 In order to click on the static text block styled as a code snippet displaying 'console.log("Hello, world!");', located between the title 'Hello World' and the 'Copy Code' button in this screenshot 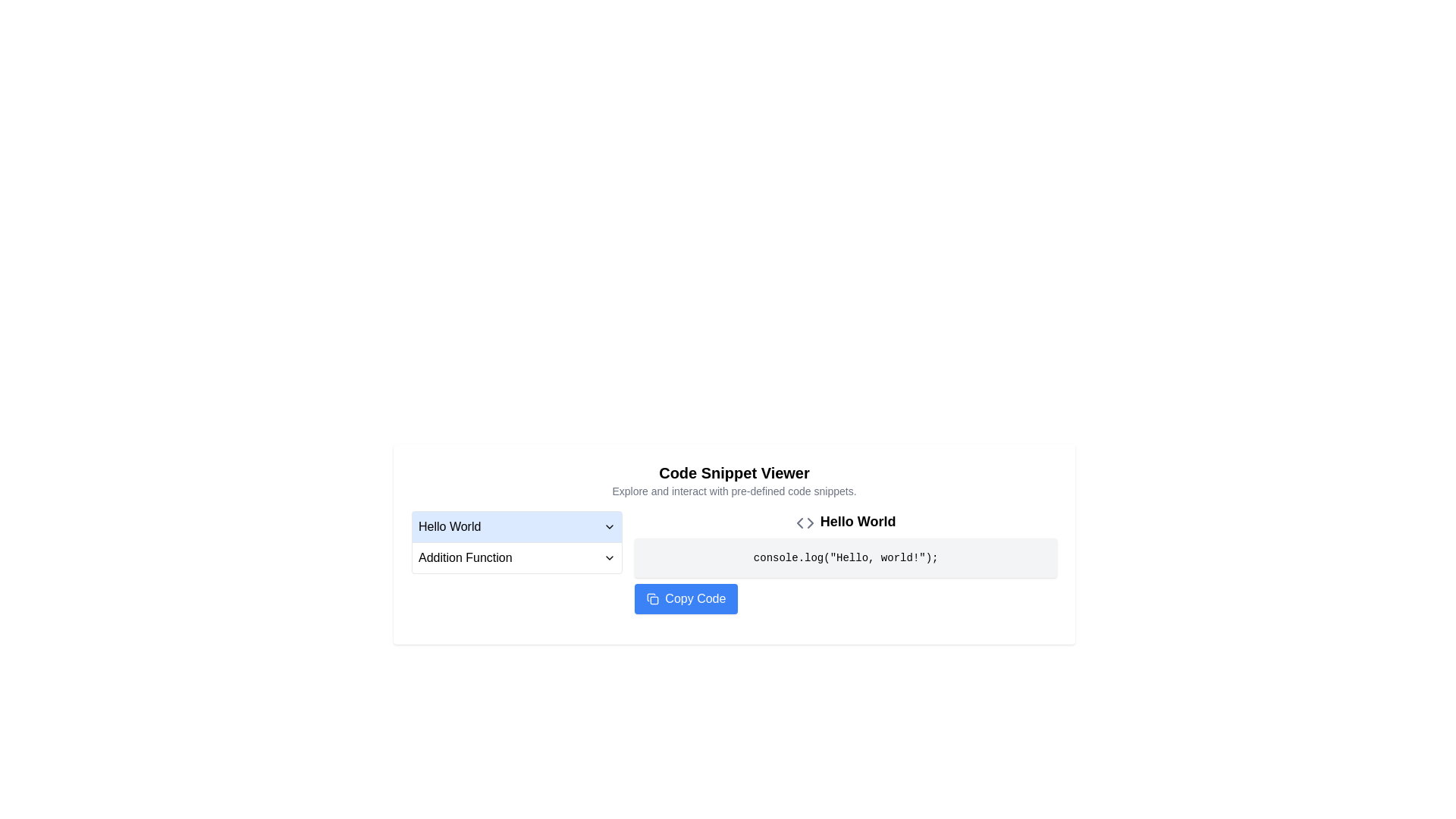, I will do `click(845, 558)`.